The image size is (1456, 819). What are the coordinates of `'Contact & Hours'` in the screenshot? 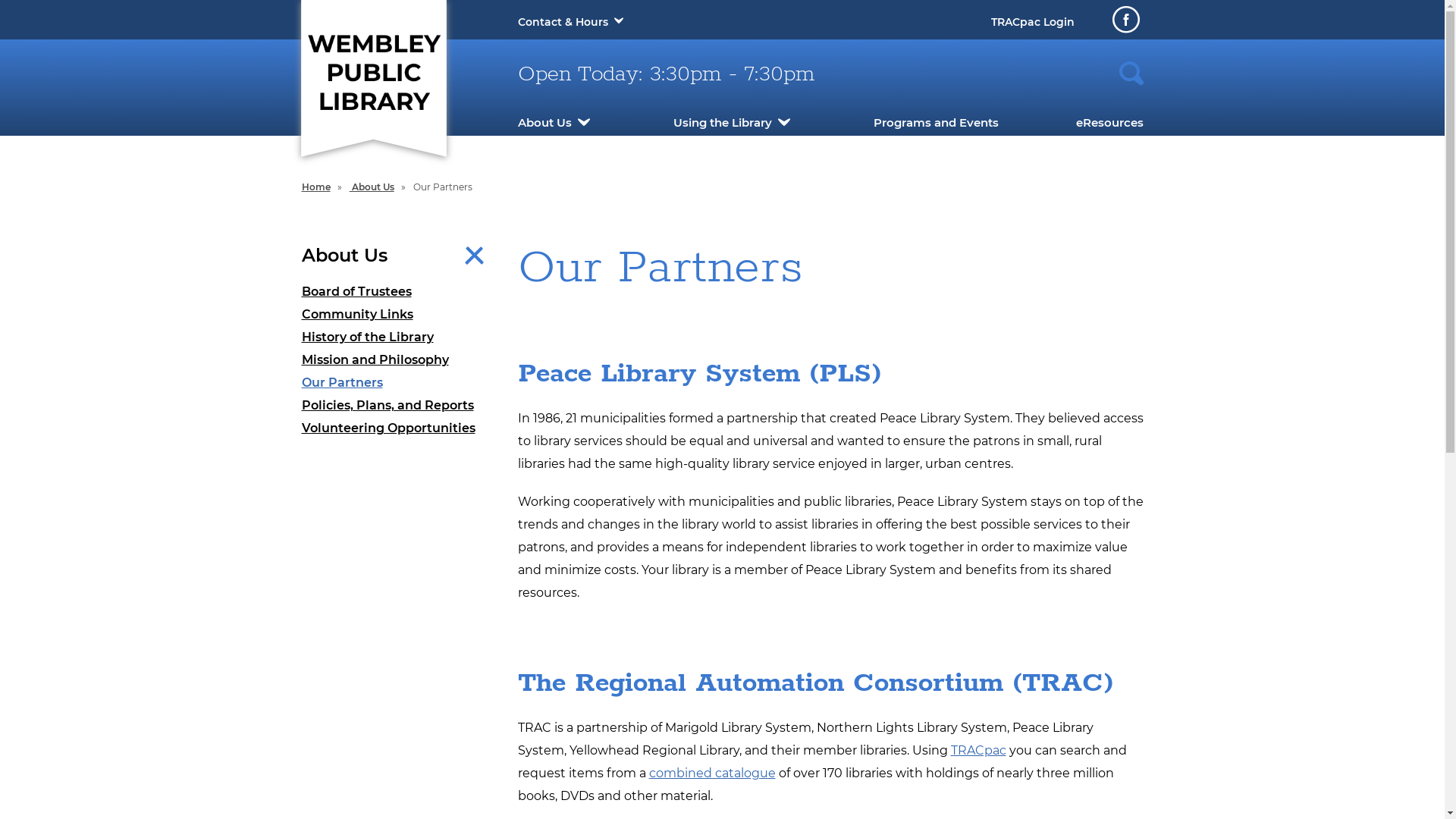 It's located at (561, 22).